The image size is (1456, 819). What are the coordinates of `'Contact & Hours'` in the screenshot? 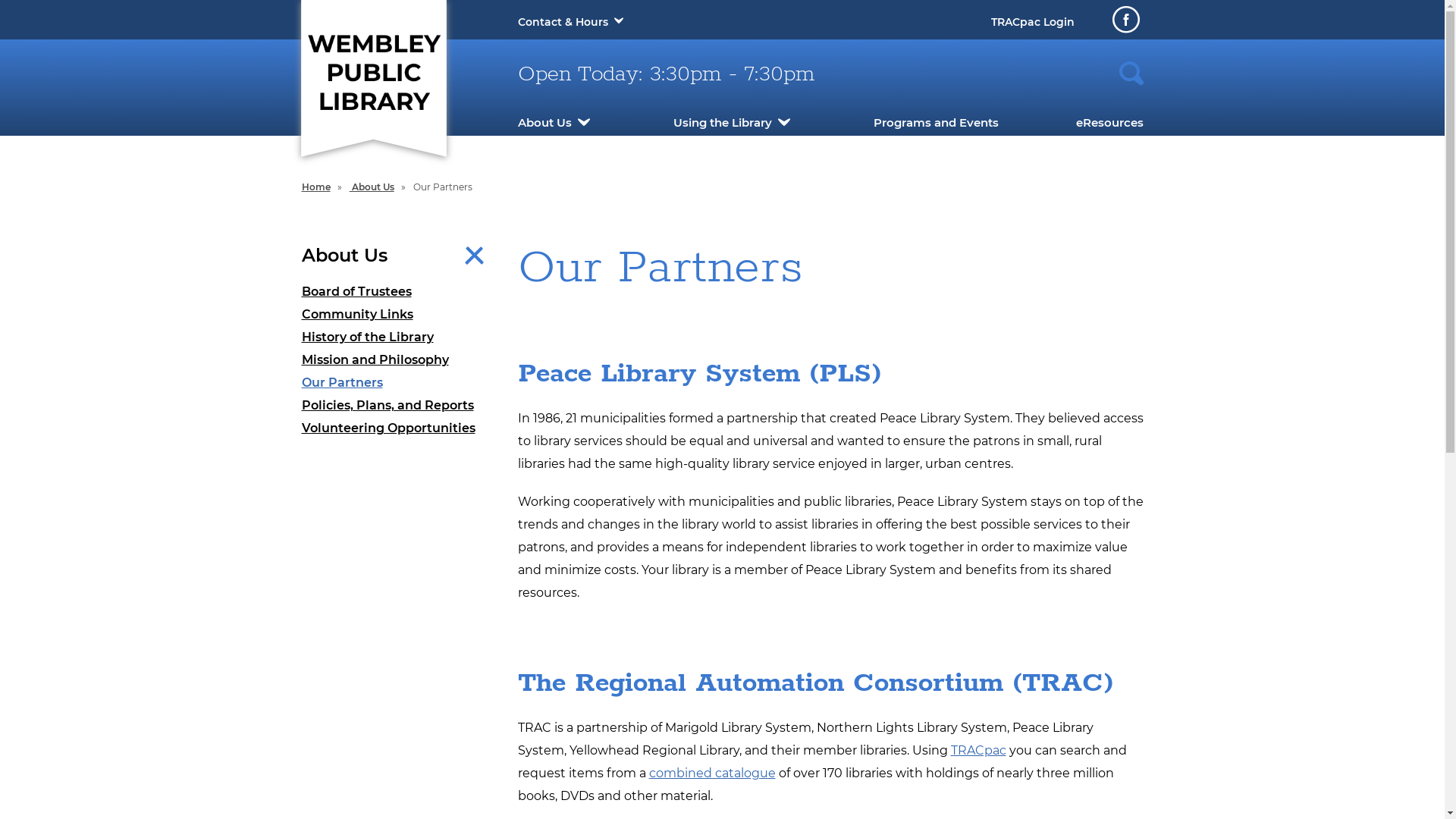 It's located at (561, 22).